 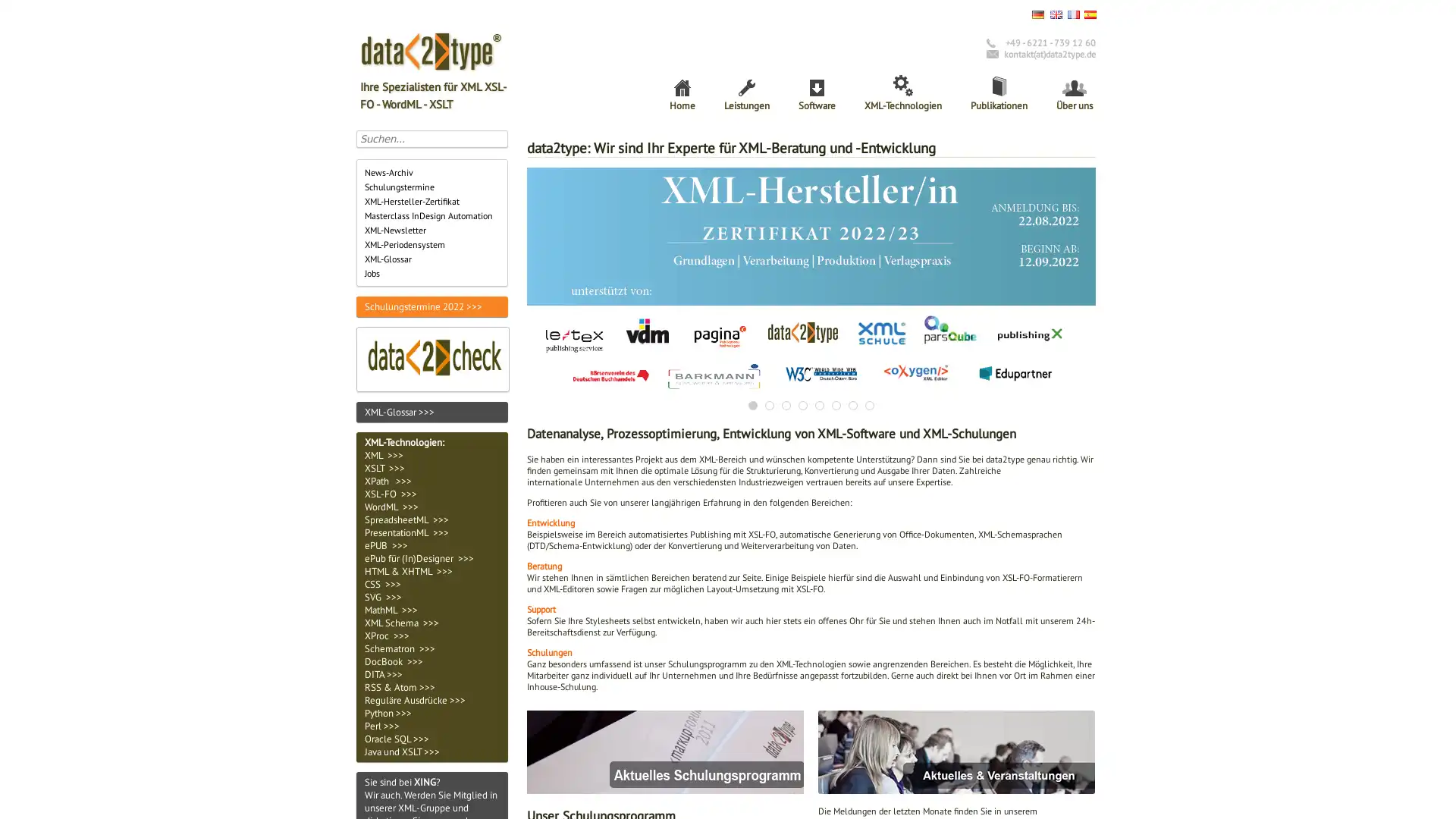 What do you see at coordinates (786, 403) in the screenshot?
I see `Carousel Page 3` at bounding box center [786, 403].